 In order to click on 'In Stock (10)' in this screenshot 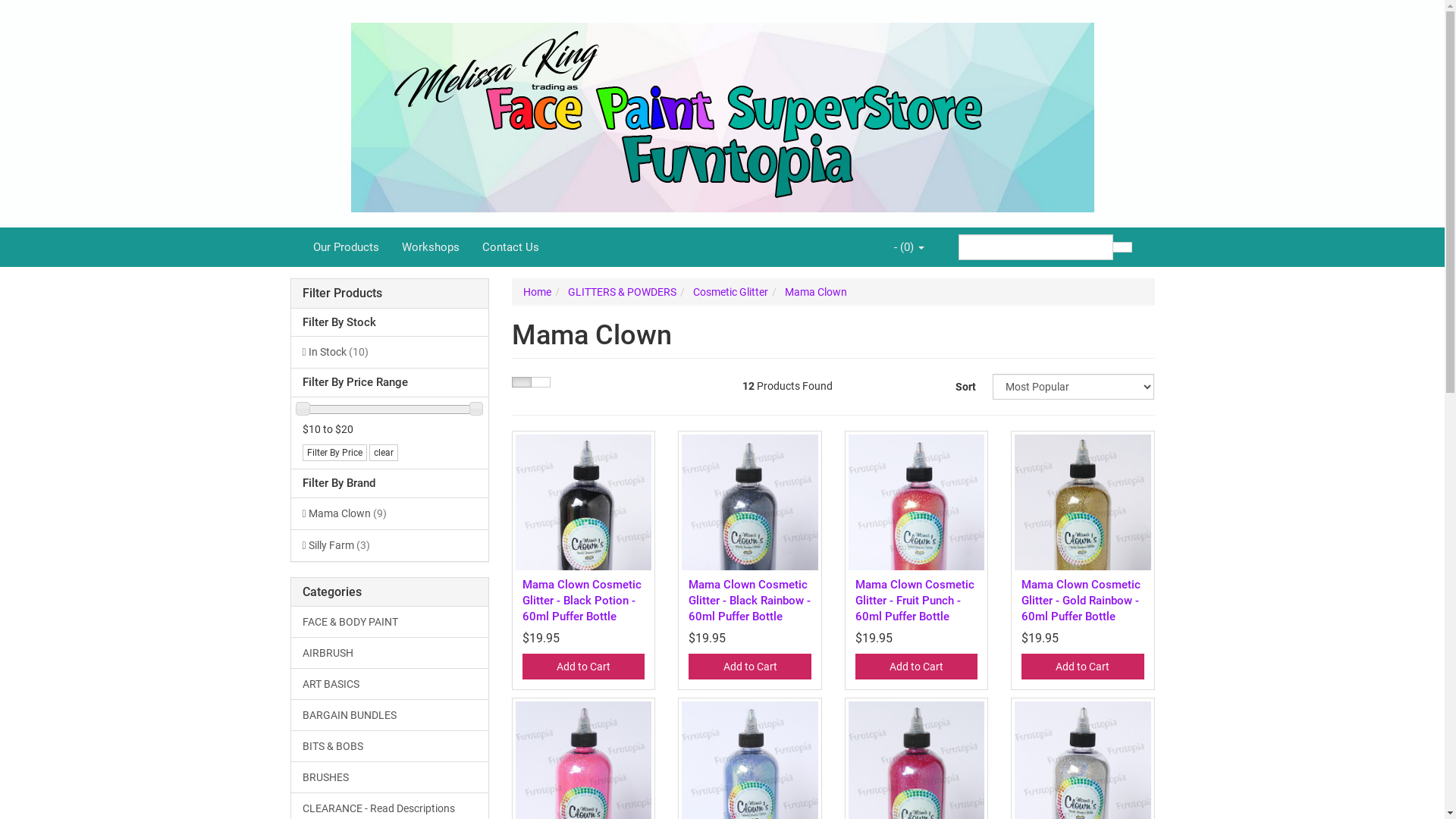, I will do `click(390, 351)`.